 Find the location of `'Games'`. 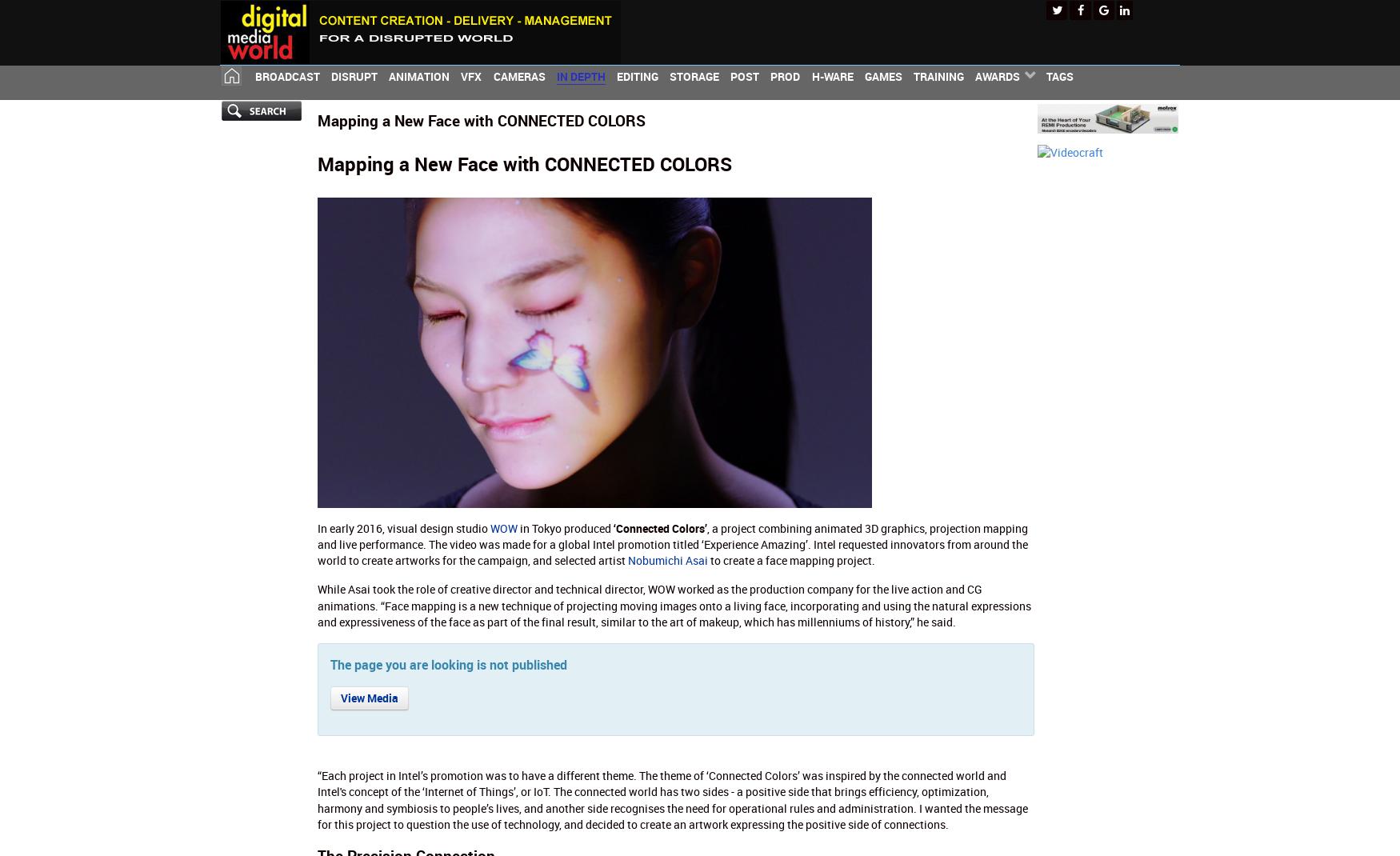

'Games' is located at coordinates (882, 75).